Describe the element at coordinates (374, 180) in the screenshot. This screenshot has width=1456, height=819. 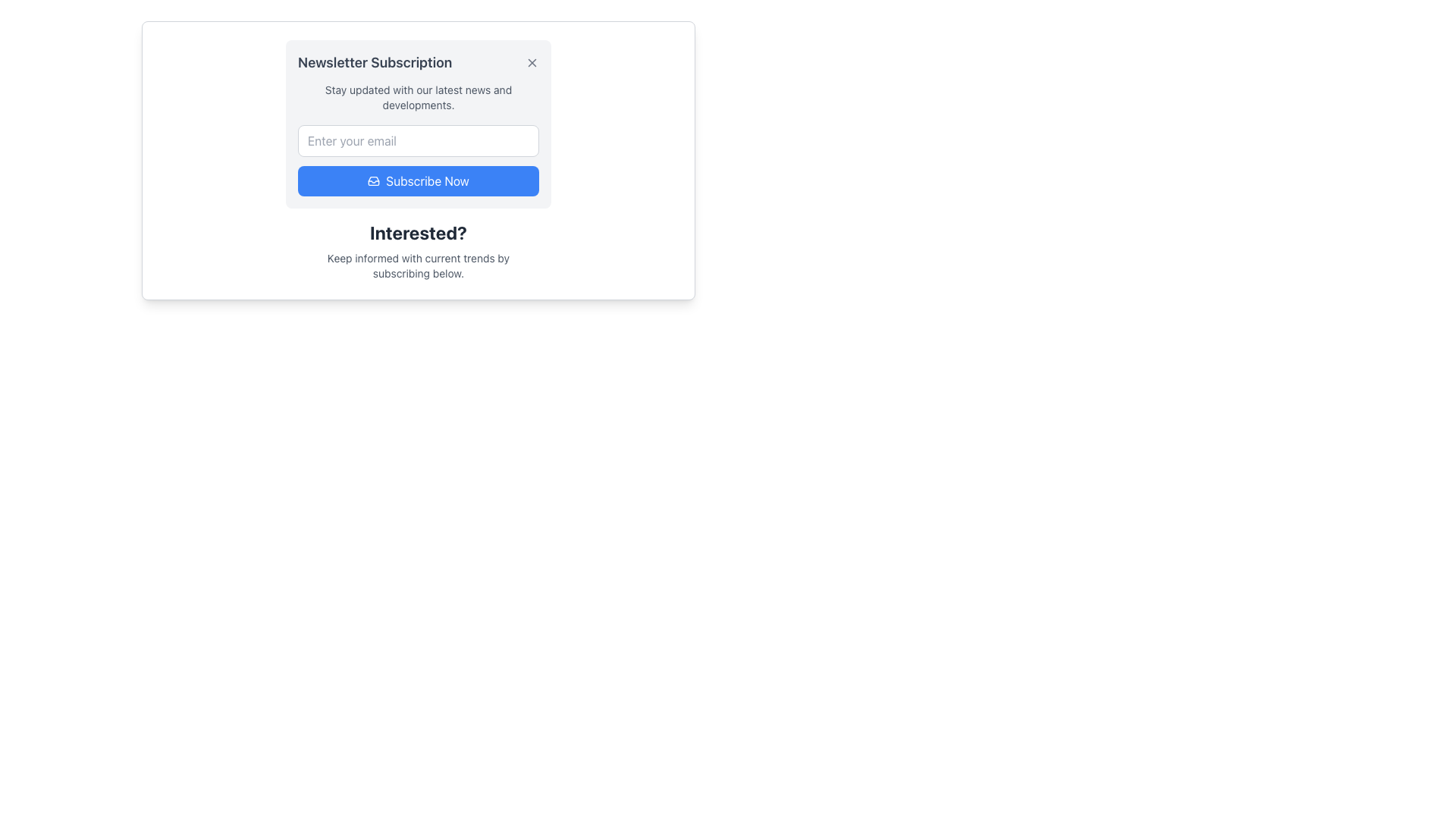
I see `the email subscription icon located within the 'Subscribe Now' button at the center-bottom of the modal, just above the footer text 'Interested?'` at that location.